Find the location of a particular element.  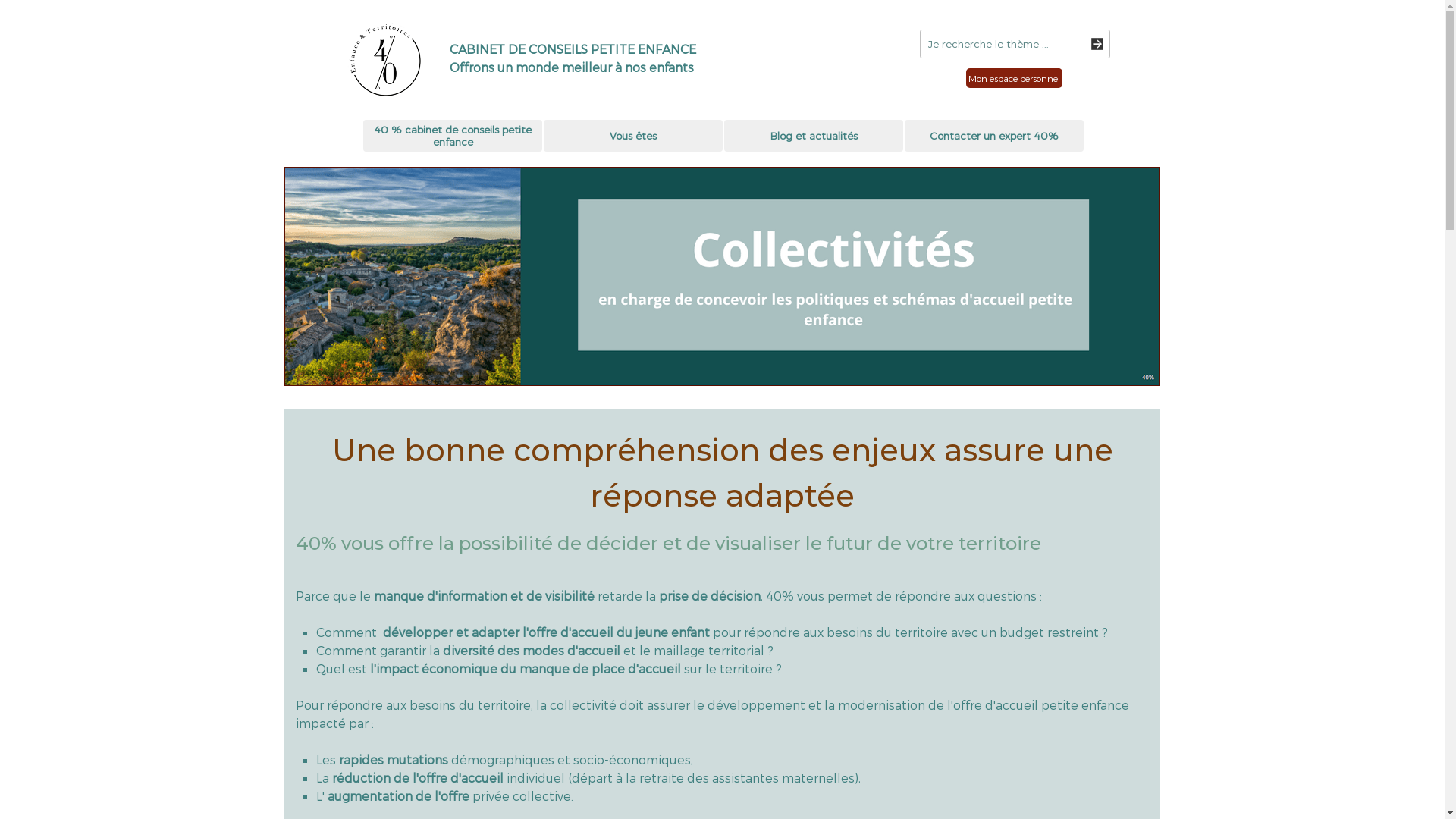

'Logo SAS  quanante pour cent' is located at coordinates (384, 59).